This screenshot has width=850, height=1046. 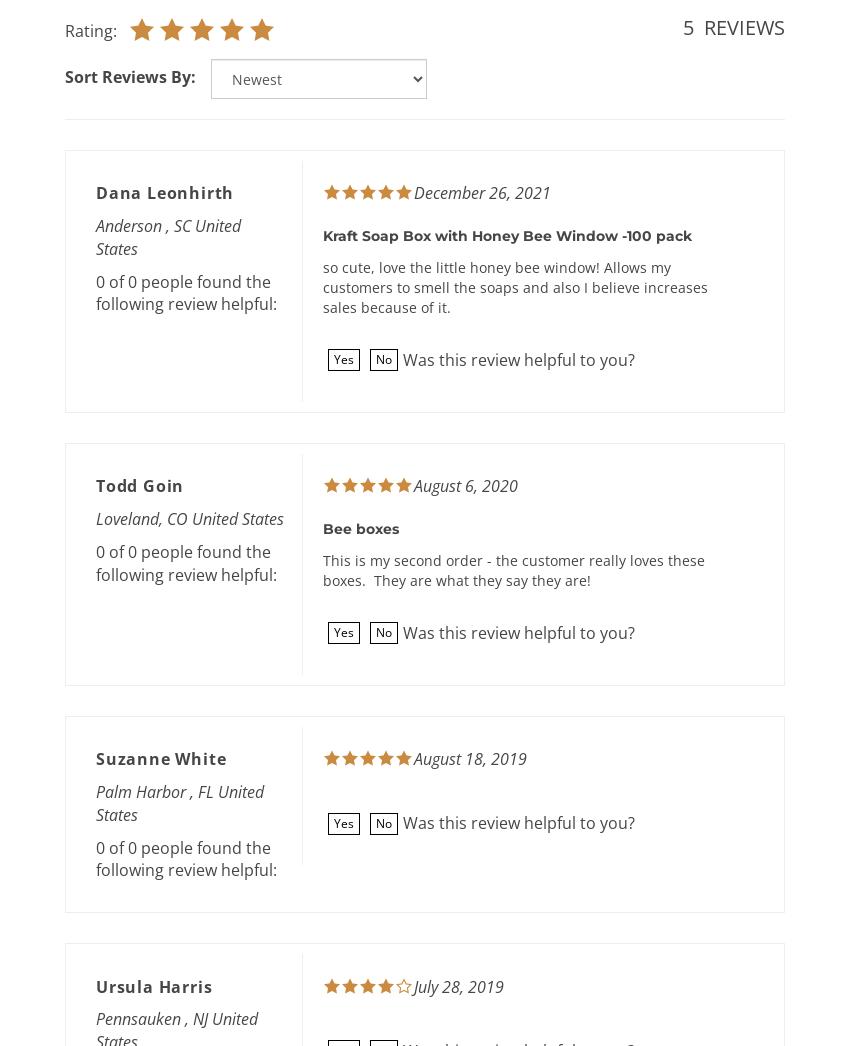 I want to click on 'Todd Goin', so click(x=139, y=485).